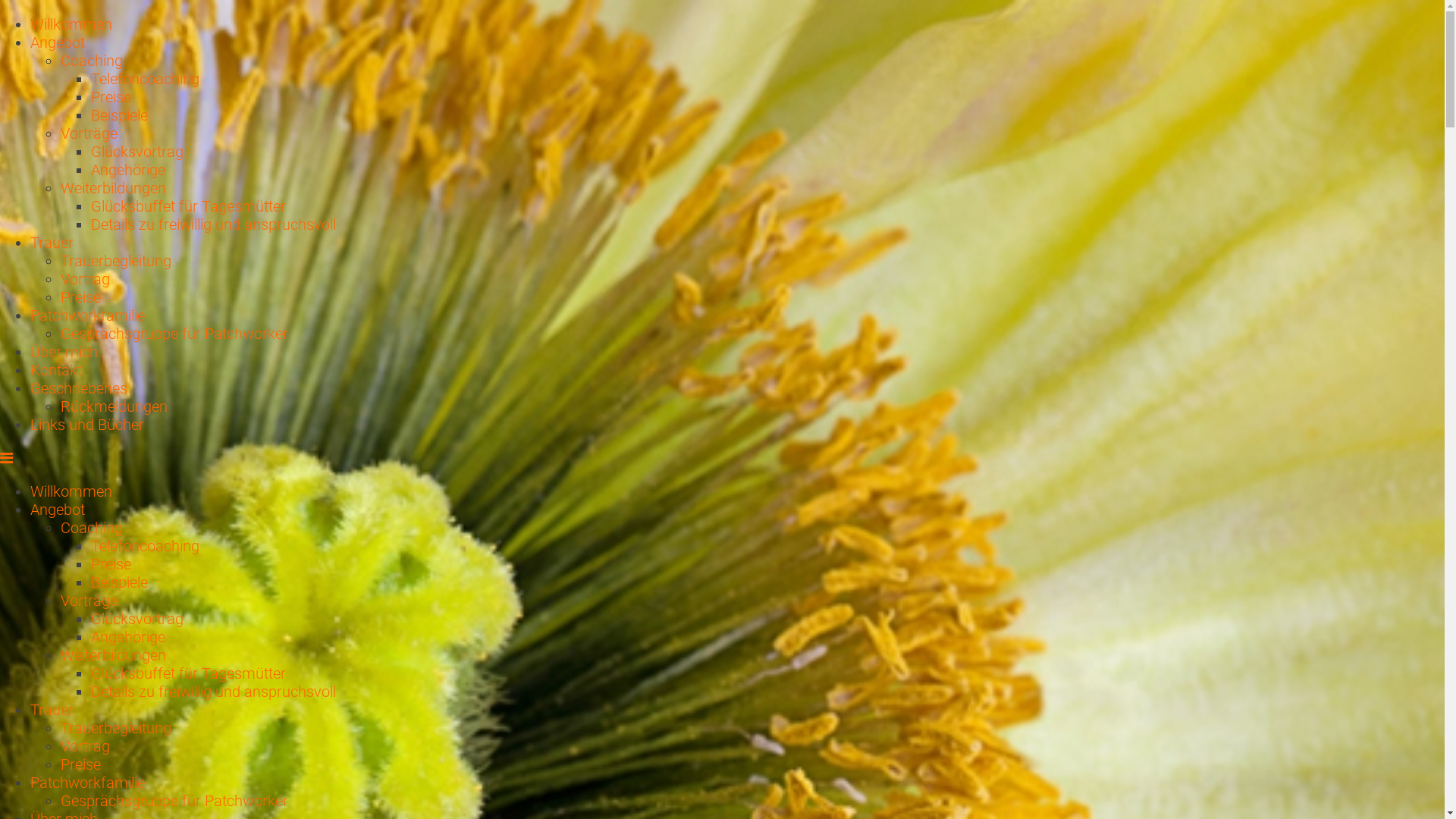 Image resolution: width=1456 pixels, height=819 pixels. What do you see at coordinates (58, 509) in the screenshot?
I see `'Angebot'` at bounding box center [58, 509].